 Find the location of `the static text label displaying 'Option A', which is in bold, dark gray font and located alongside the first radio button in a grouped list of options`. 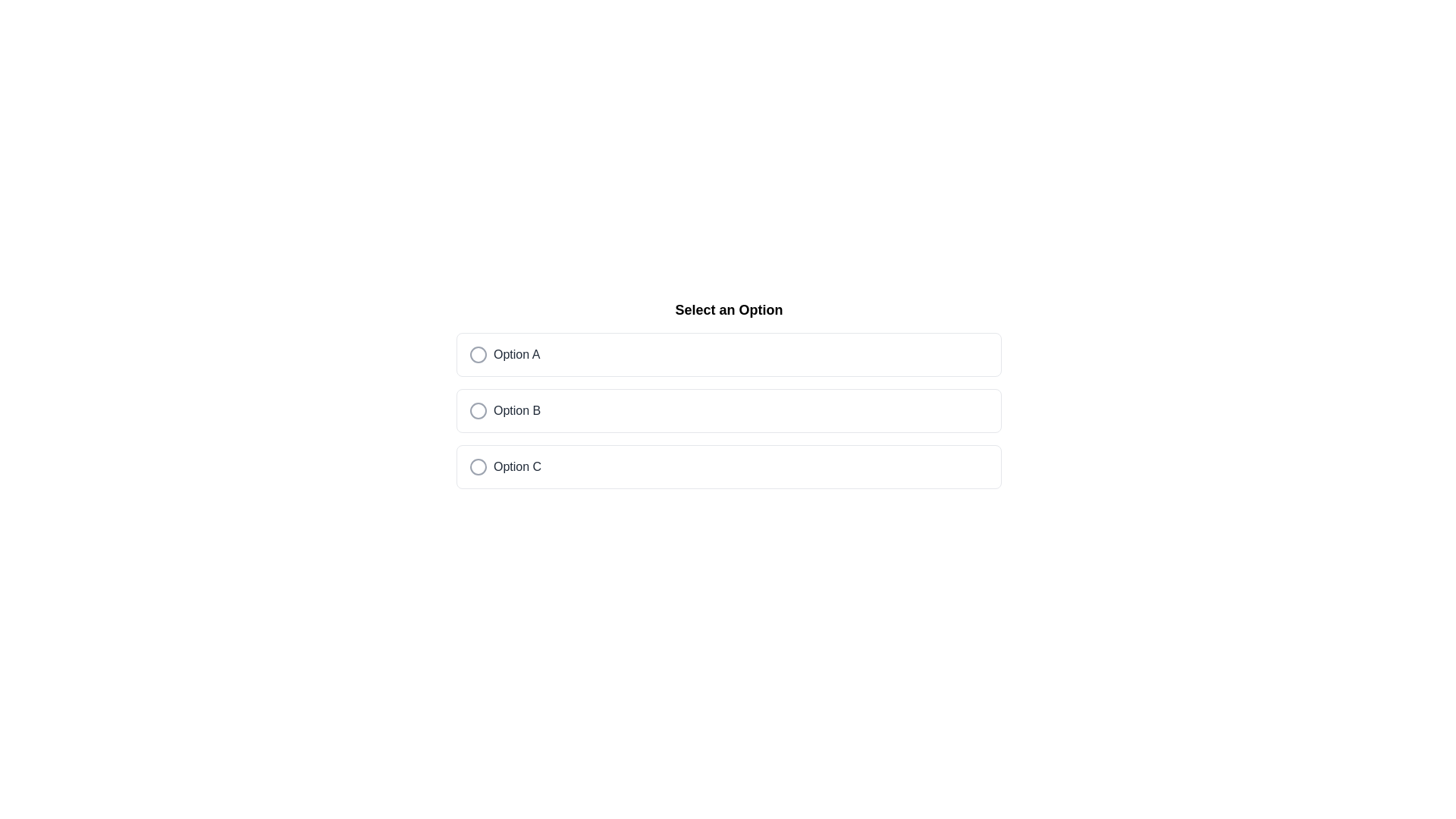

the static text label displaying 'Option A', which is in bold, dark gray font and located alongside the first radio button in a grouped list of options is located at coordinates (516, 354).